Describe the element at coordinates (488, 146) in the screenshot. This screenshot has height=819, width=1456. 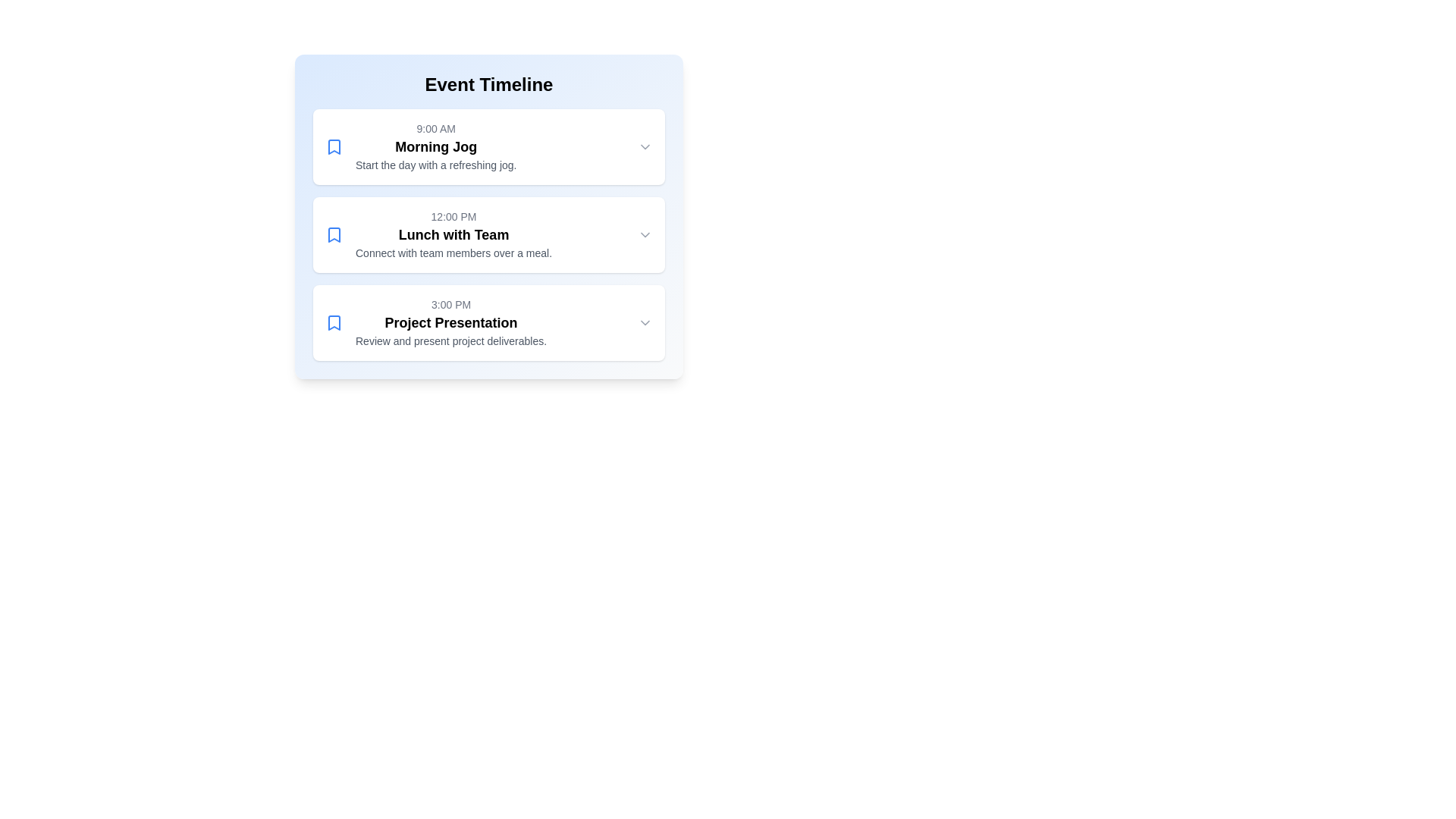
I see `the interactive event card in the 'Event Timeline' section` at that location.